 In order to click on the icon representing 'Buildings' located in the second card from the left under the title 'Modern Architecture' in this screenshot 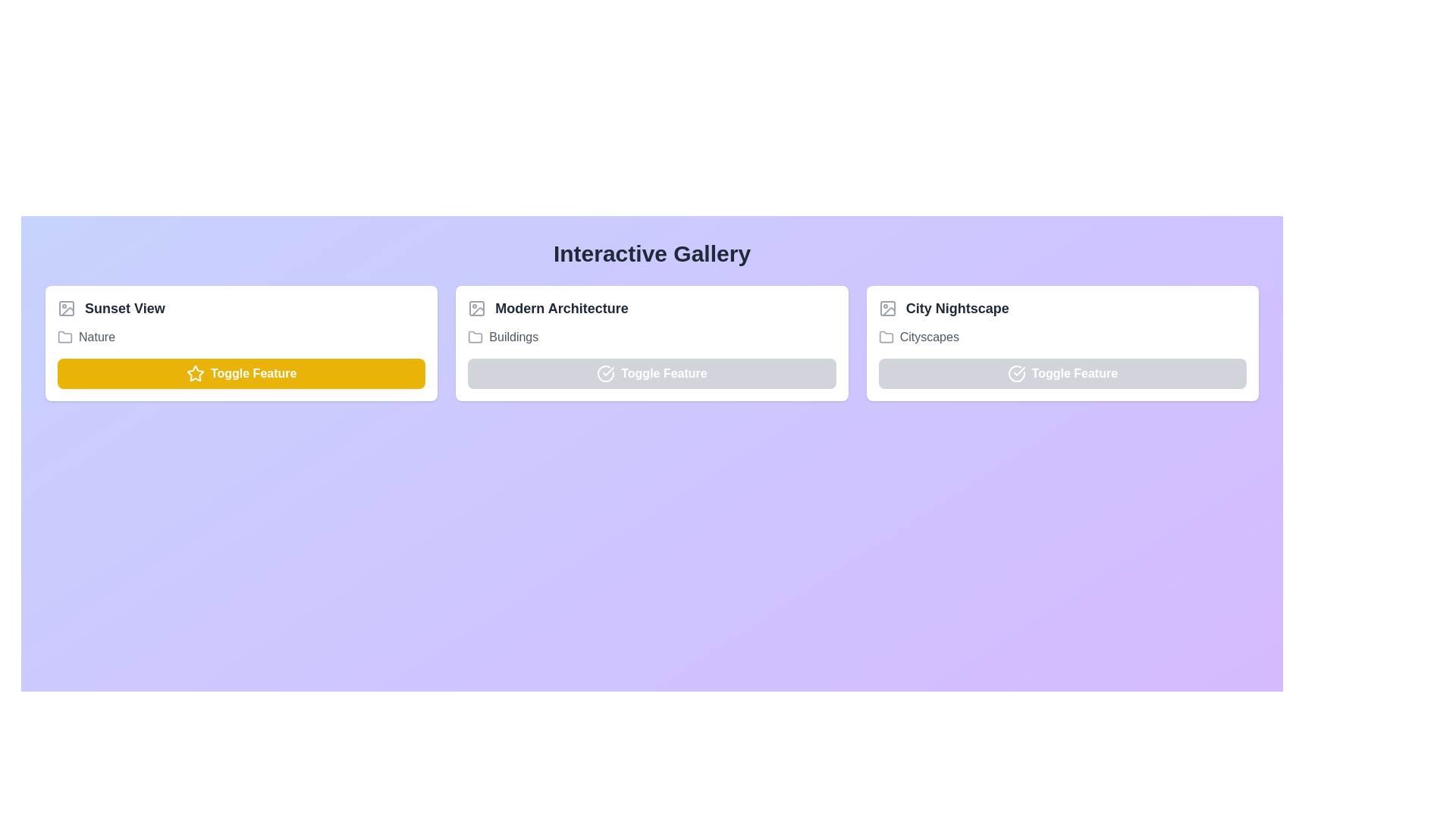, I will do `click(886, 336)`.